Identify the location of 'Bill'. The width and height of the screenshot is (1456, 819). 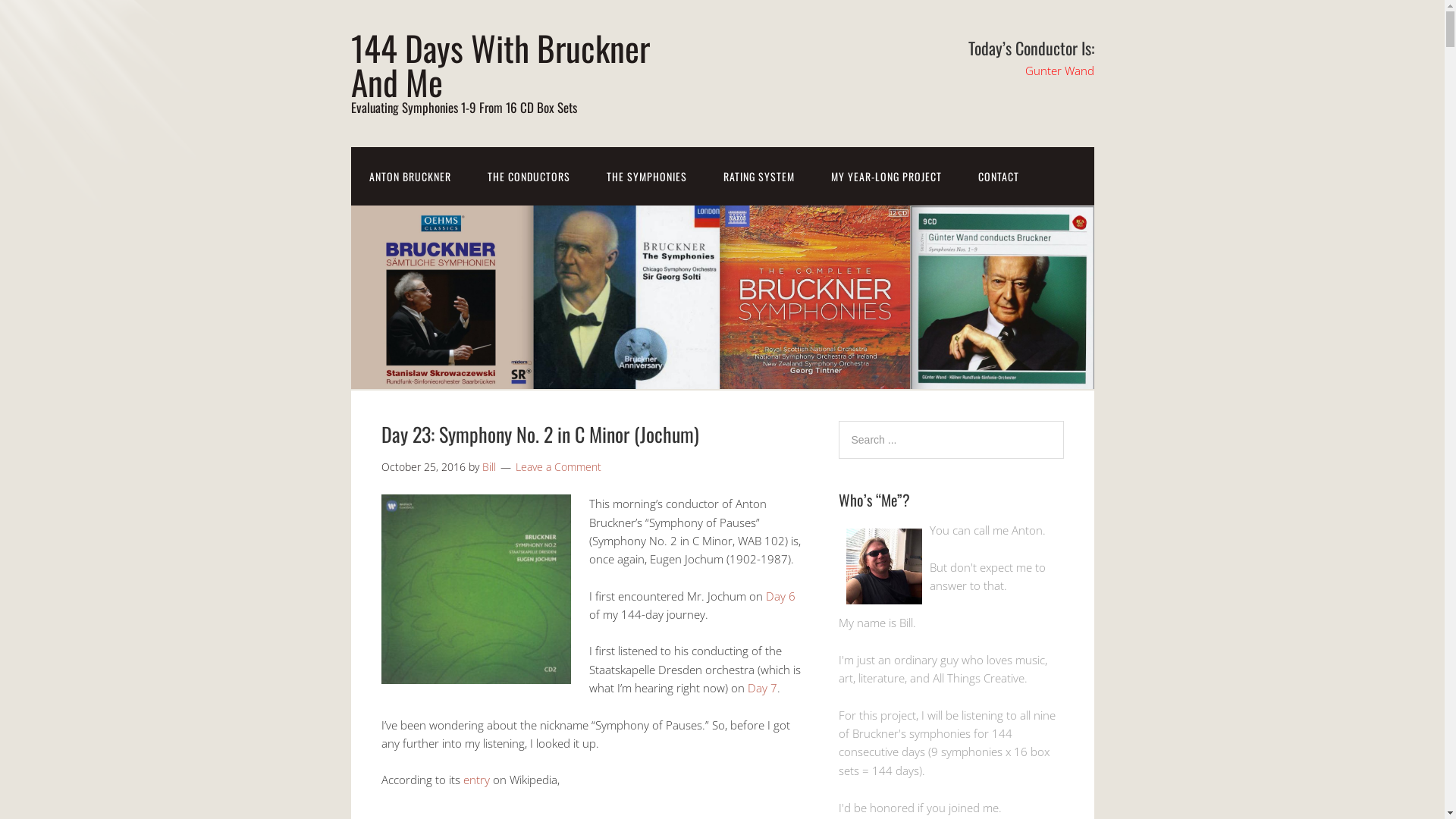
(488, 466).